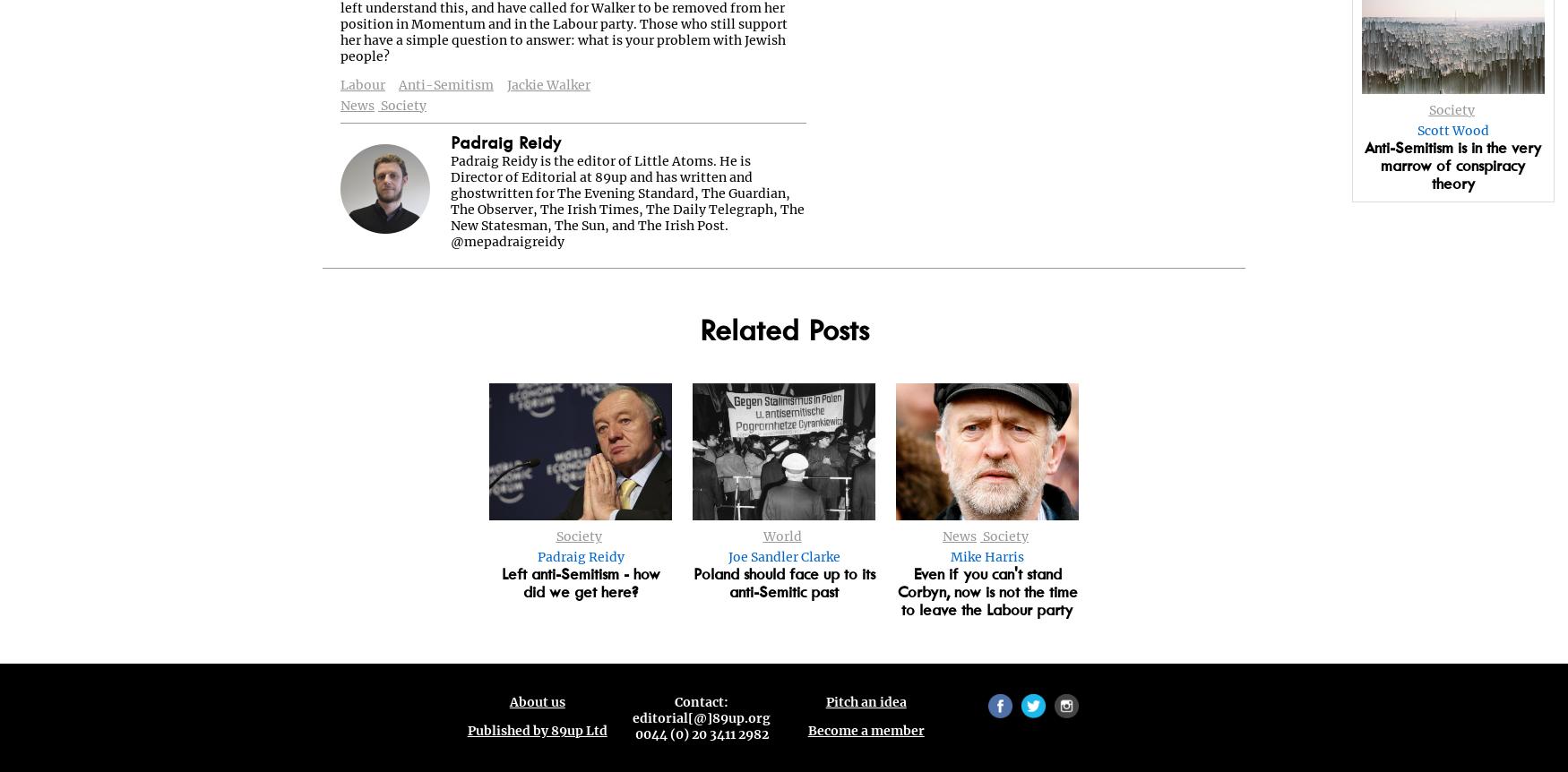 This screenshot has width=1568, height=772. Describe the element at coordinates (700, 703) in the screenshot. I see `'Contact:'` at that location.